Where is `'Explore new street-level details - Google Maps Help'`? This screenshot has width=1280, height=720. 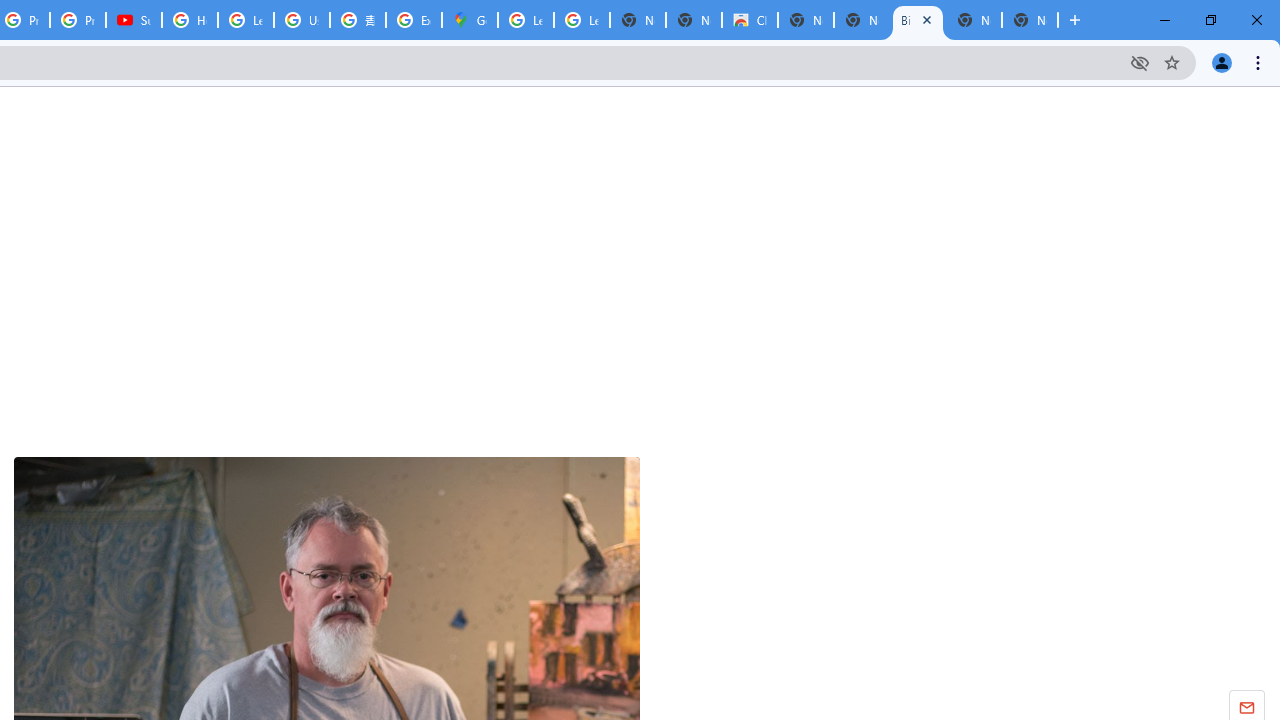 'Explore new street-level details - Google Maps Help' is located at coordinates (413, 20).